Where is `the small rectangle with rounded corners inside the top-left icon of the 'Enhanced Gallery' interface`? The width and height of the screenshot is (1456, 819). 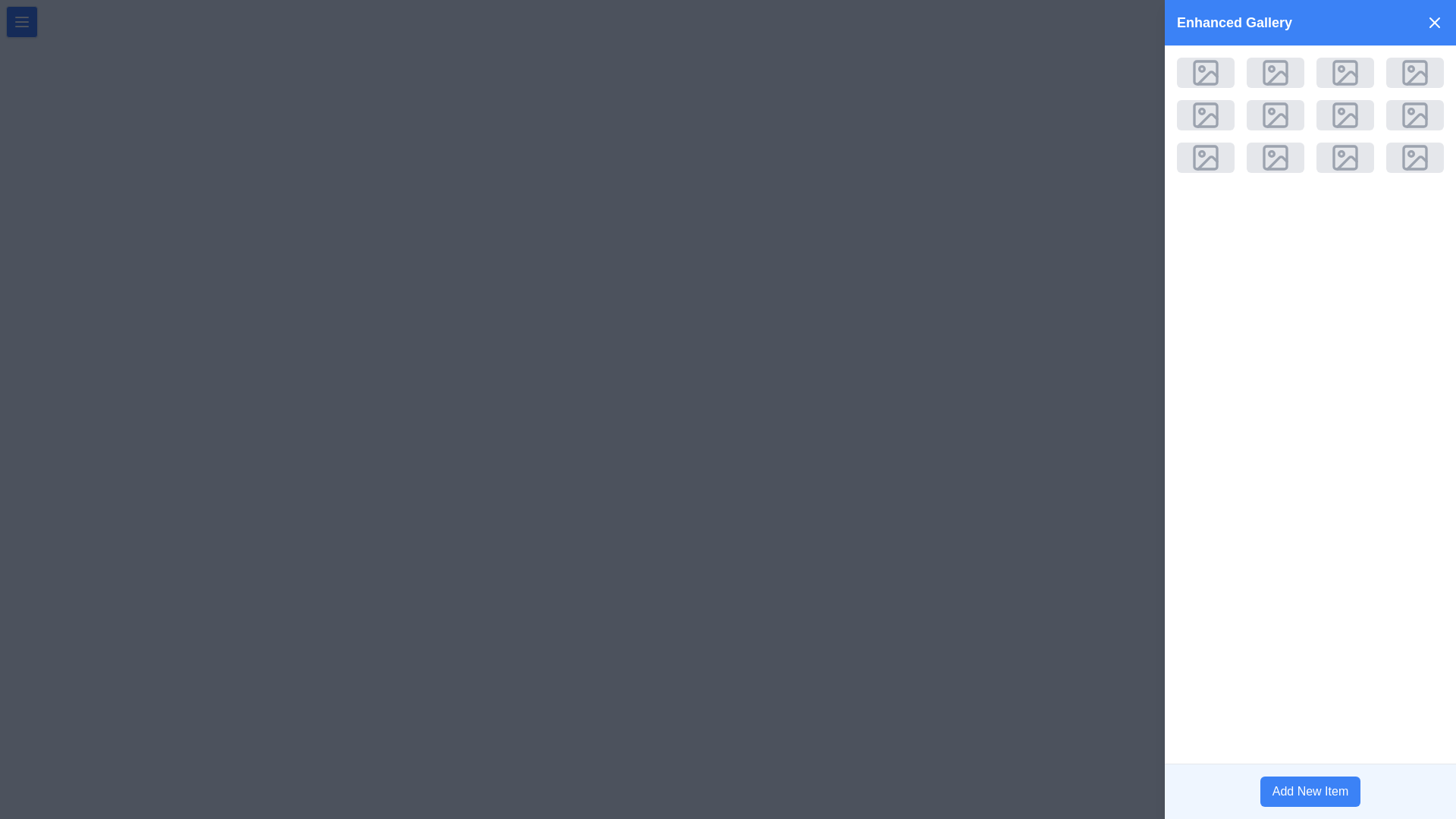
the small rectangle with rounded corners inside the top-left icon of the 'Enhanced Gallery' interface is located at coordinates (1204, 114).